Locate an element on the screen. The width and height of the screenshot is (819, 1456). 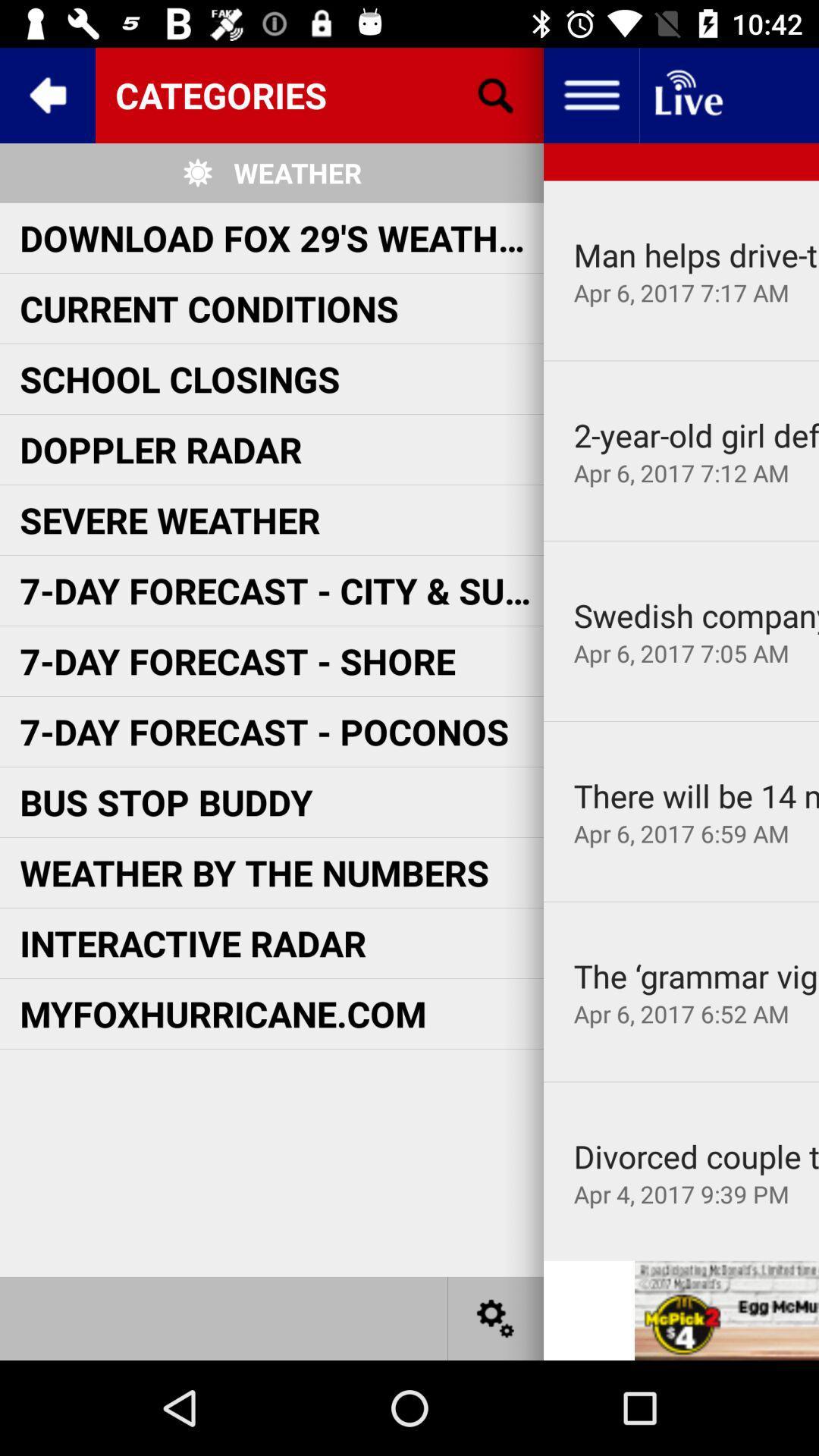
start search is located at coordinates (496, 94).